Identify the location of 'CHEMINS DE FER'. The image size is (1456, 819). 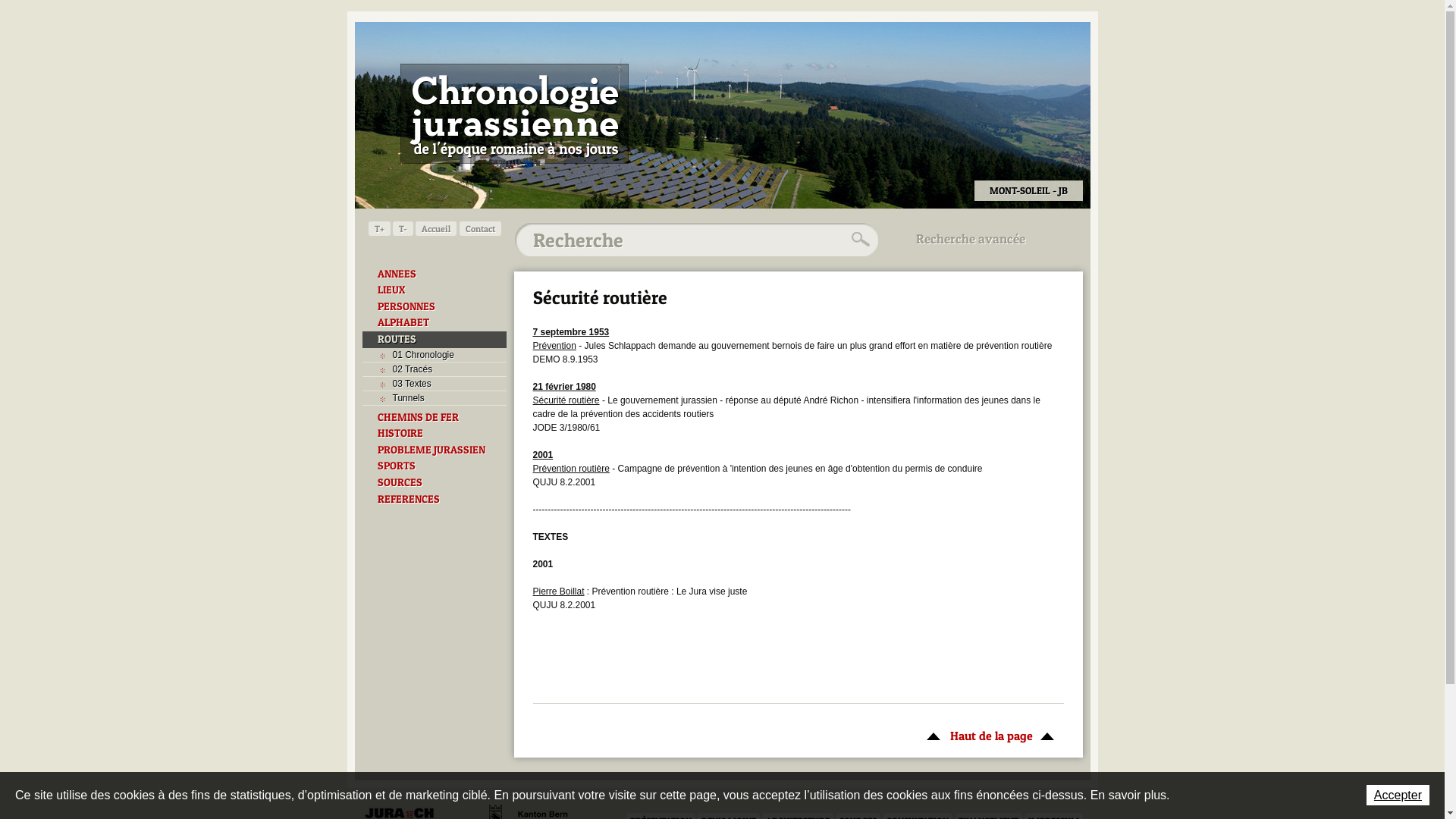
(433, 418).